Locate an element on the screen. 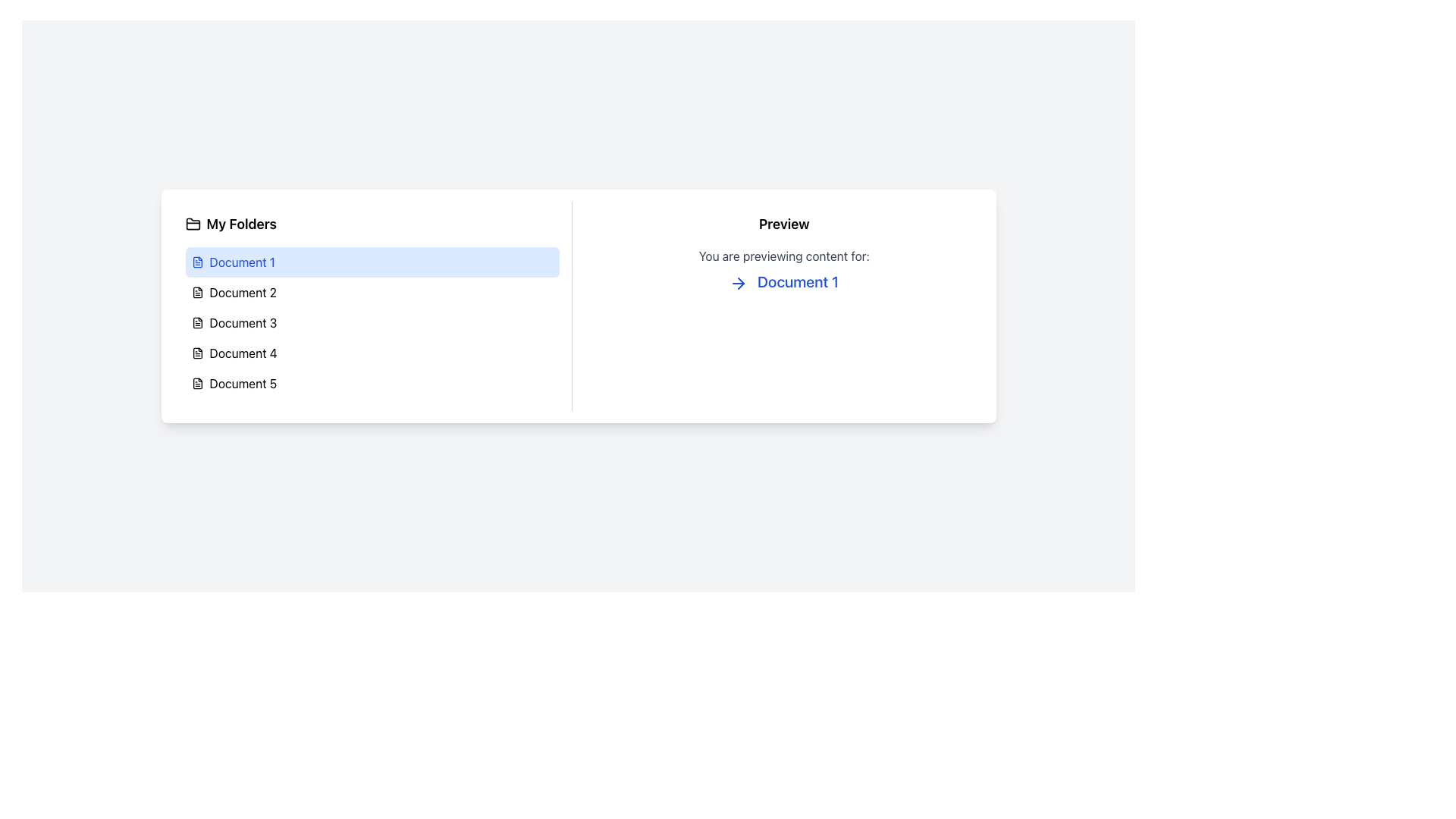 This screenshot has width=1456, height=819. the blue arrow icon located to the left of the text 'Document 1' in the preview content section is located at coordinates (739, 283).